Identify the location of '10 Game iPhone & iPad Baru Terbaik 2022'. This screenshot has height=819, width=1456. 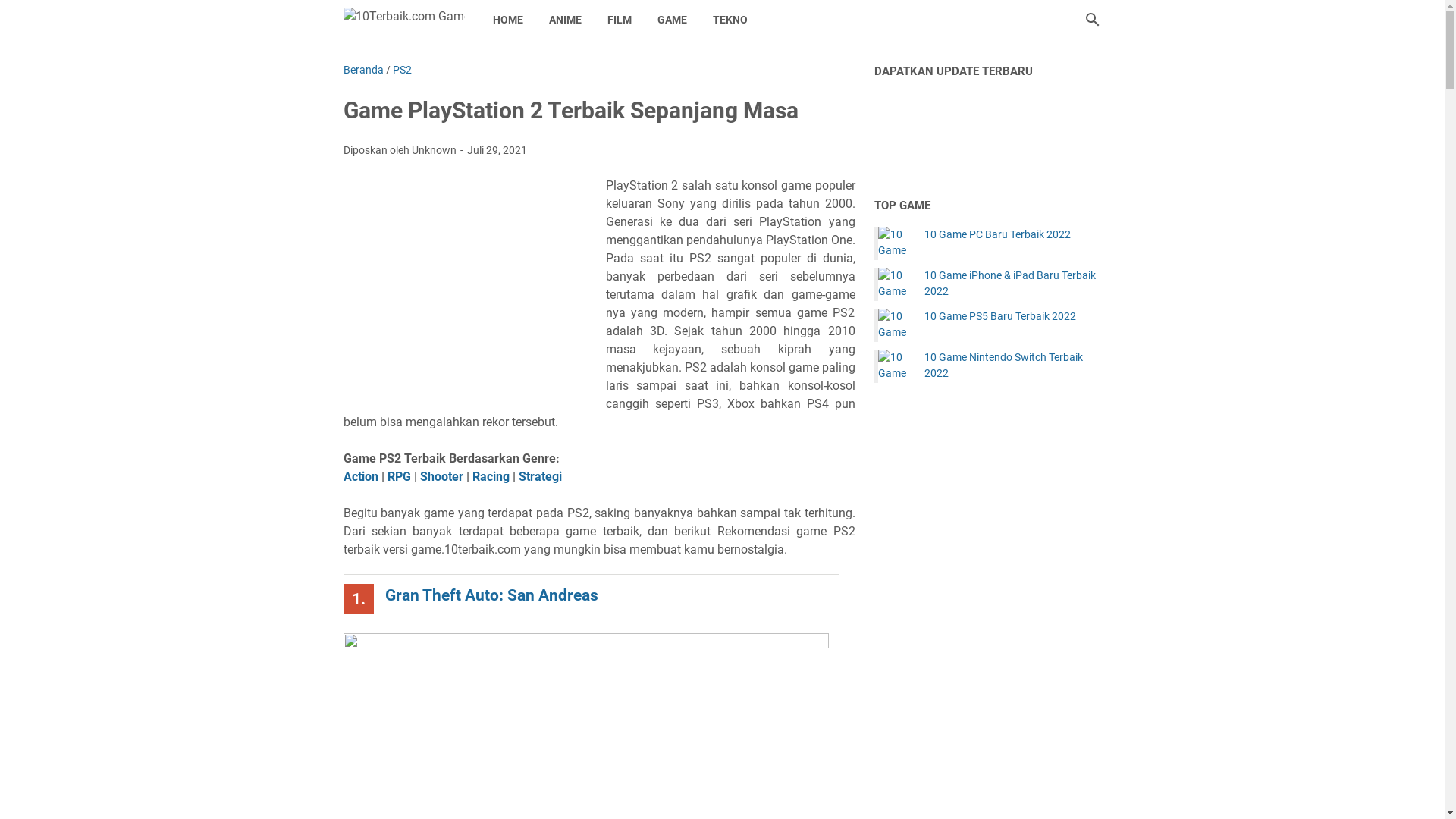
(923, 284).